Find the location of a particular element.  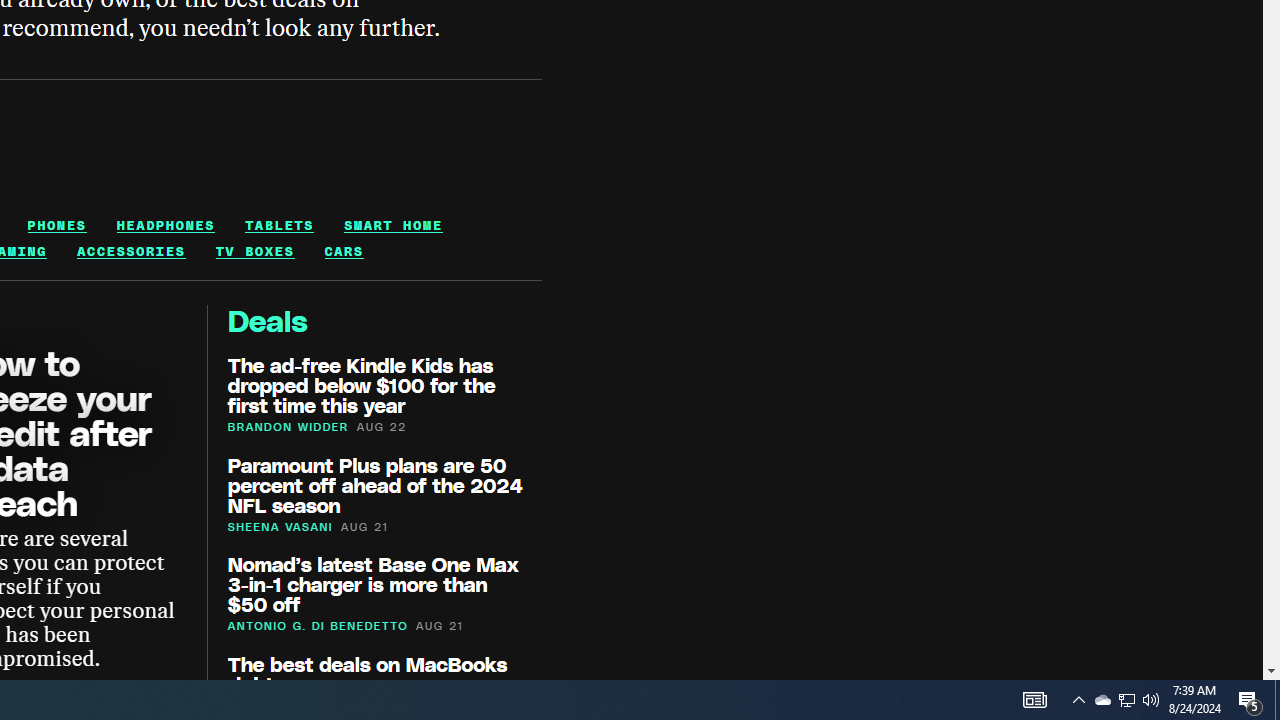

'TV BOXES' is located at coordinates (253, 250).